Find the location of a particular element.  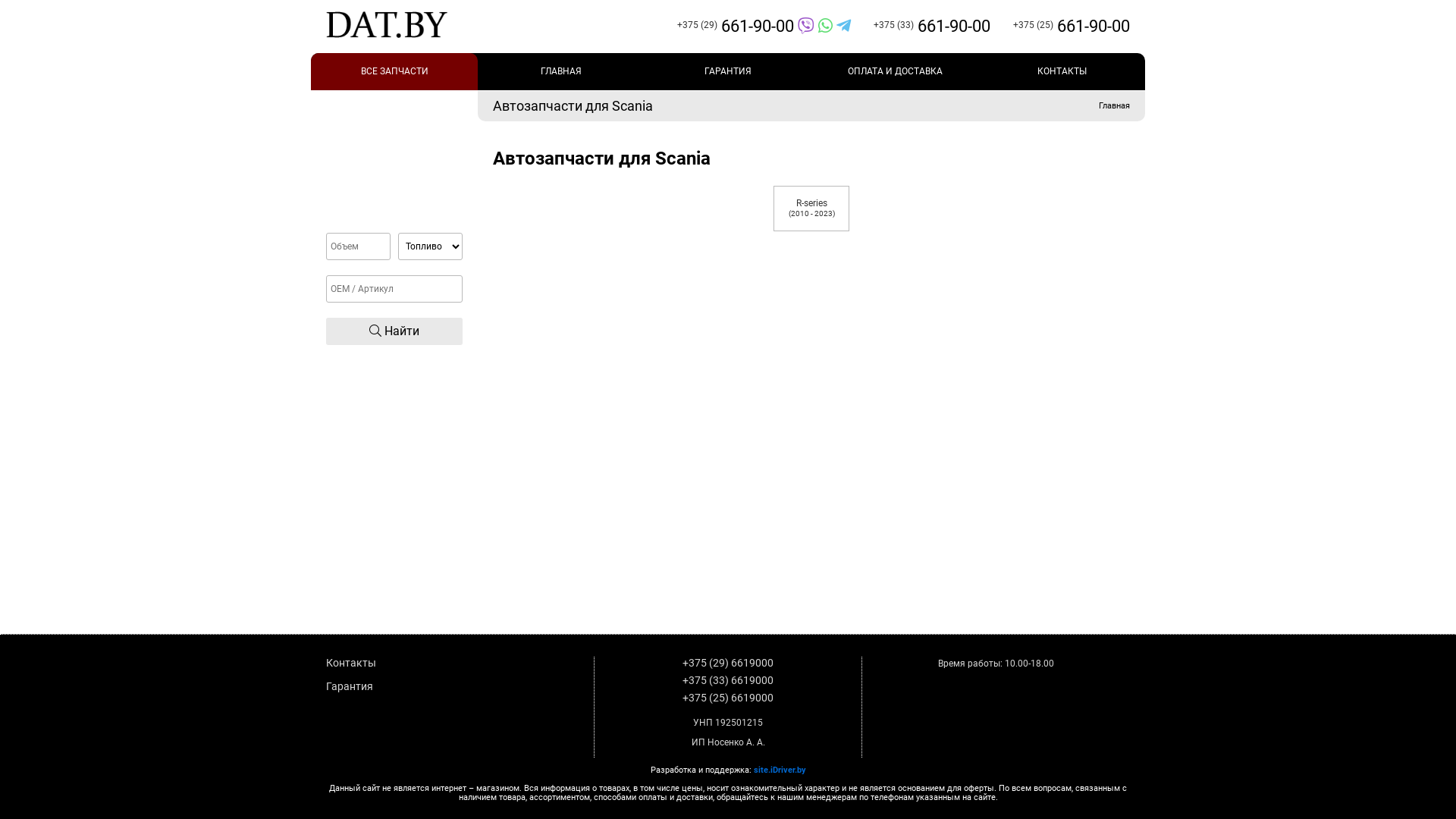

'+375 (25) is located at coordinates (1059, 26).